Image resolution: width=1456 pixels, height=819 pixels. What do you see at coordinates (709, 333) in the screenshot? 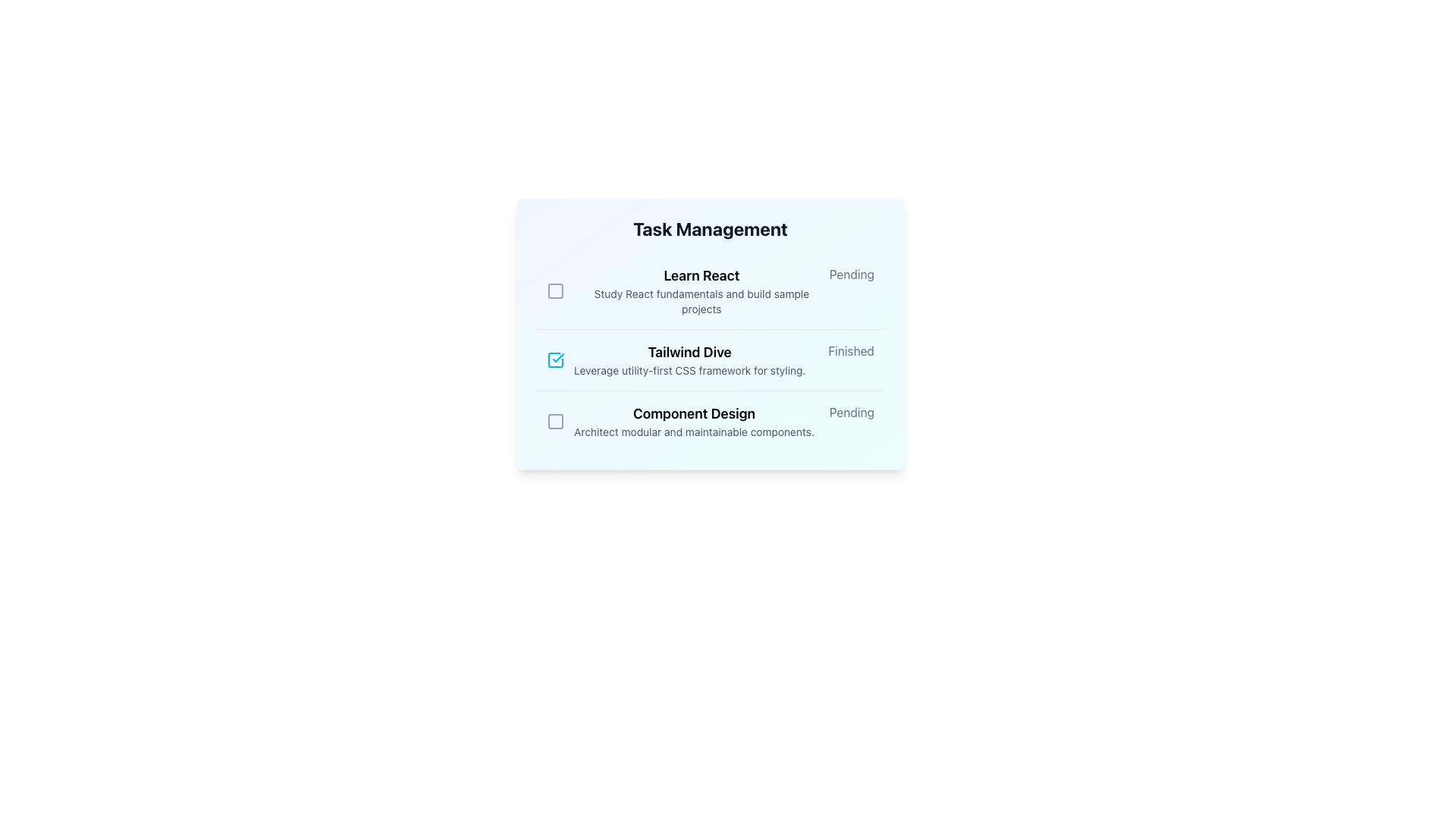
I see `the task list item, which has a gradient background and rounded corners` at bounding box center [709, 333].